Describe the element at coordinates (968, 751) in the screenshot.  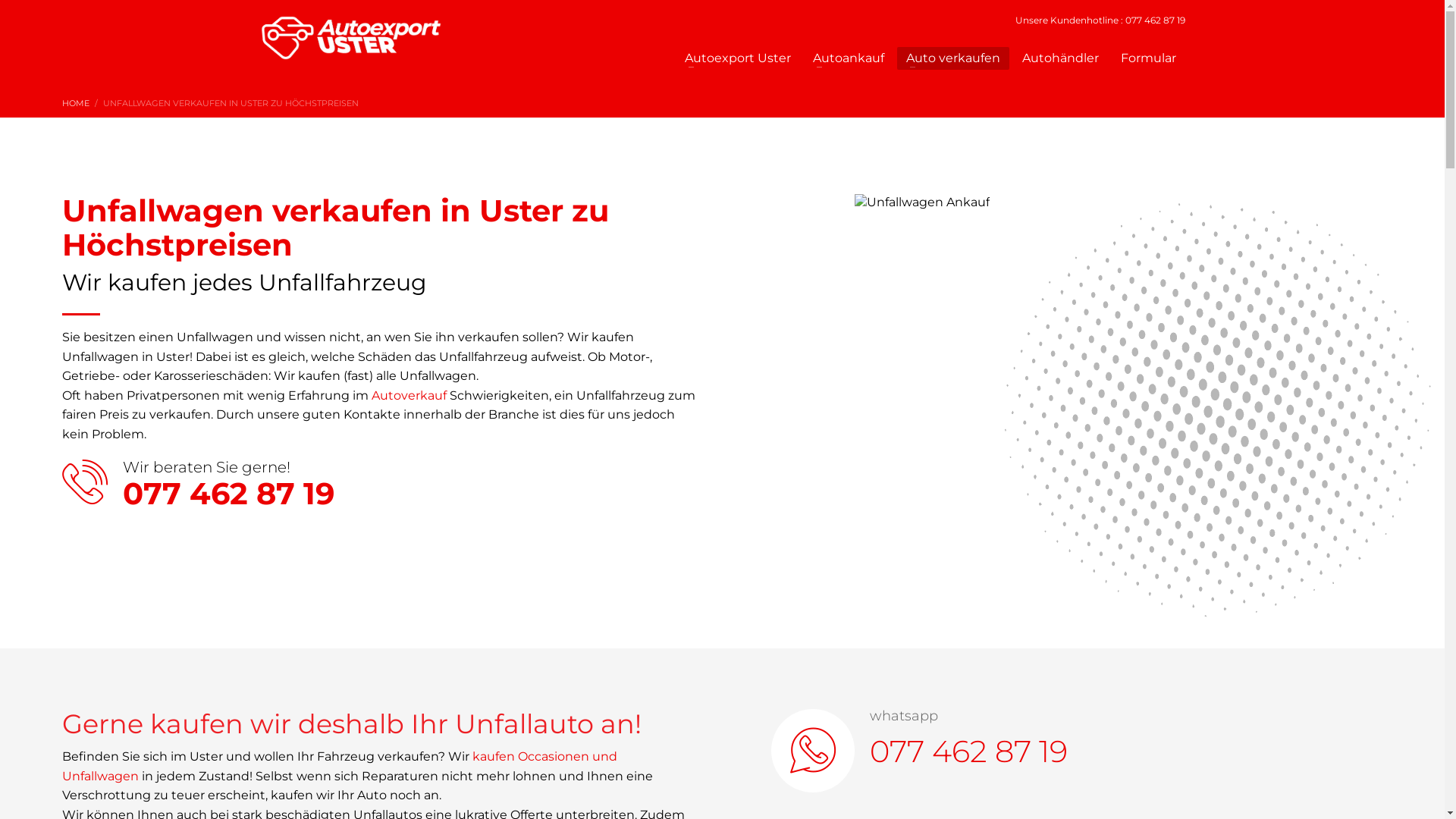
I see `'077 462 87 19'` at that location.